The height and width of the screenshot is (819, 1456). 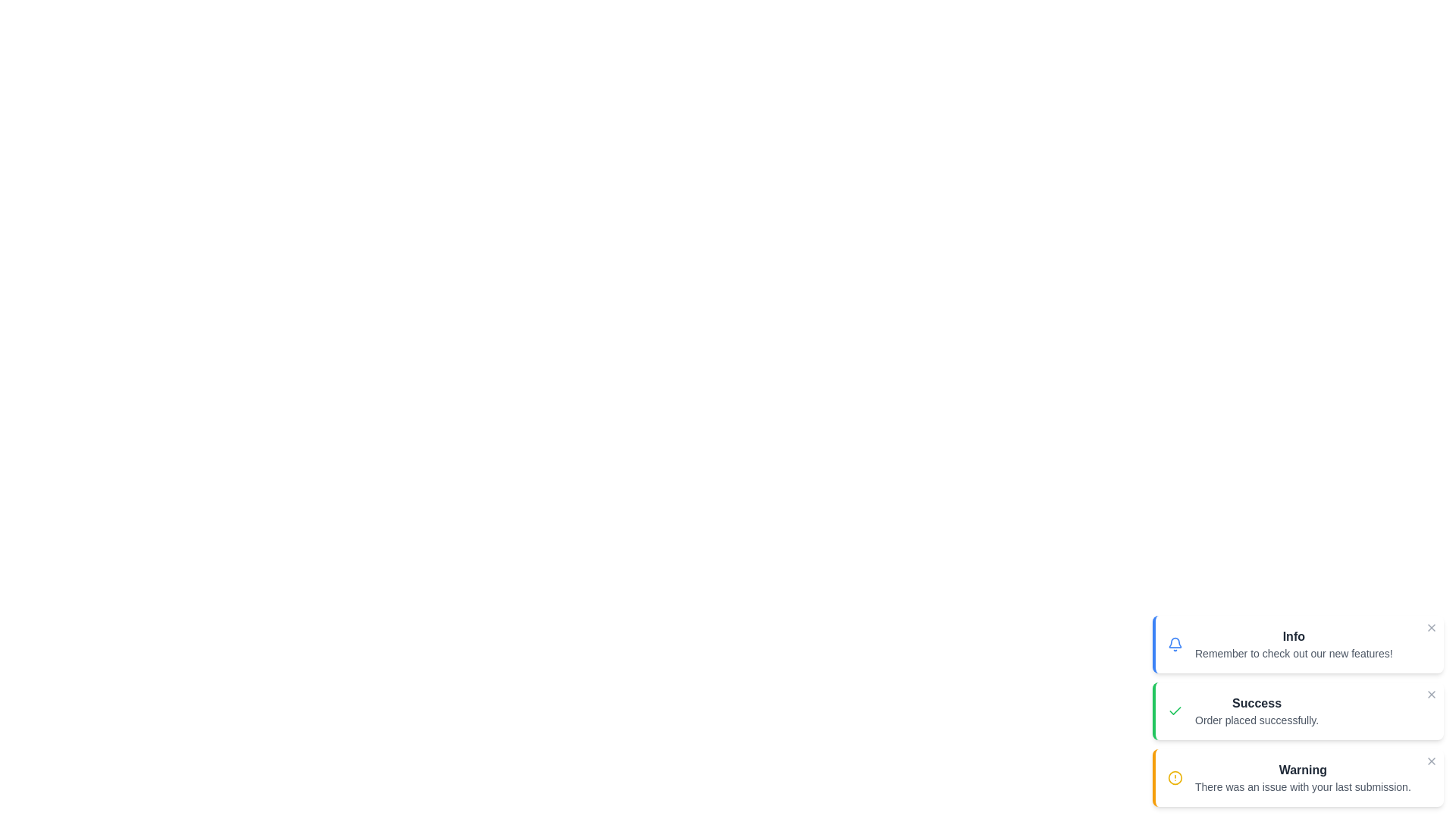 What do you see at coordinates (1298, 778) in the screenshot?
I see `the notification with type warning` at bounding box center [1298, 778].